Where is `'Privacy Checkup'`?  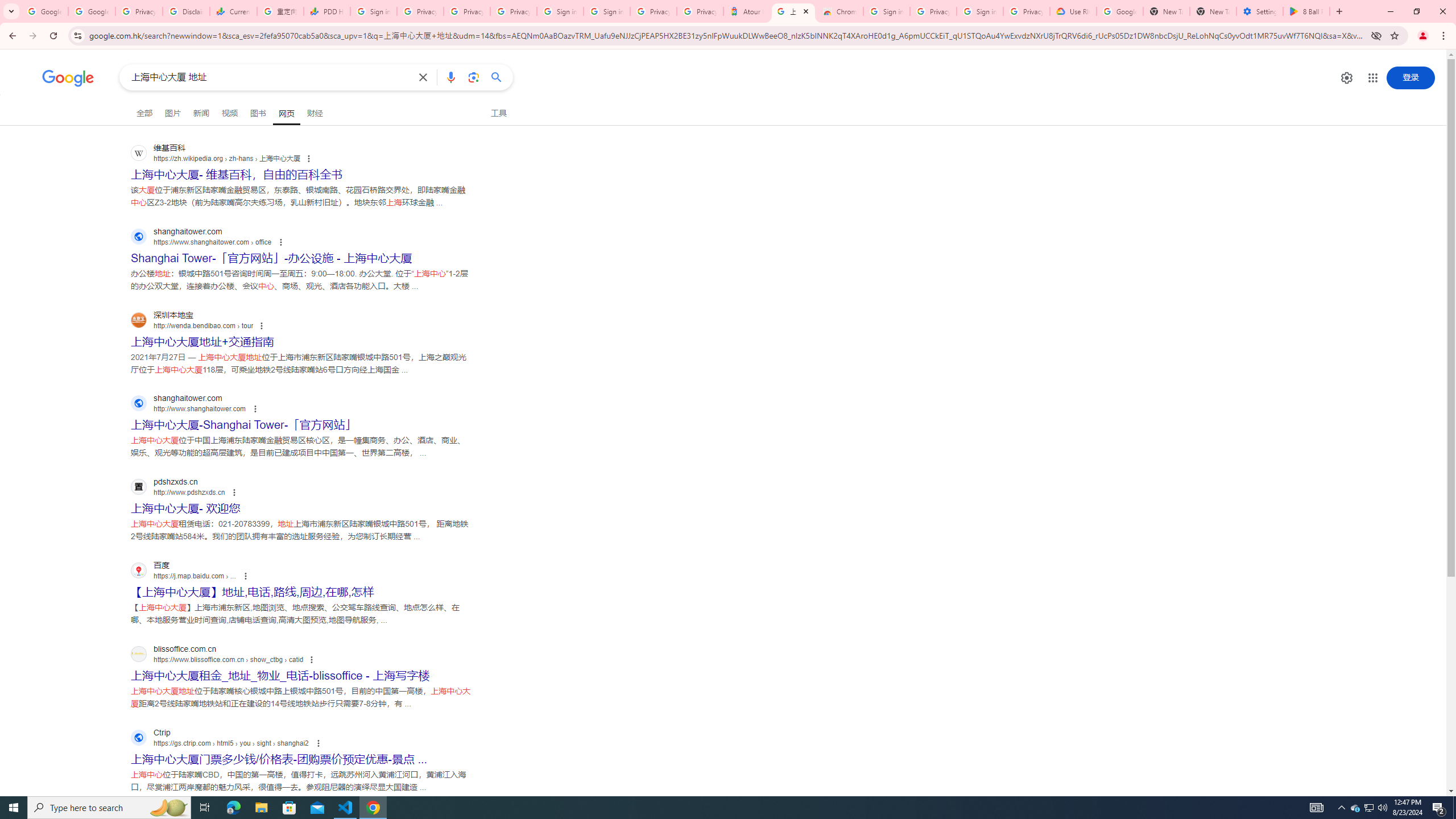 'Privacy Checkup' is located at coordinates (466, 11).